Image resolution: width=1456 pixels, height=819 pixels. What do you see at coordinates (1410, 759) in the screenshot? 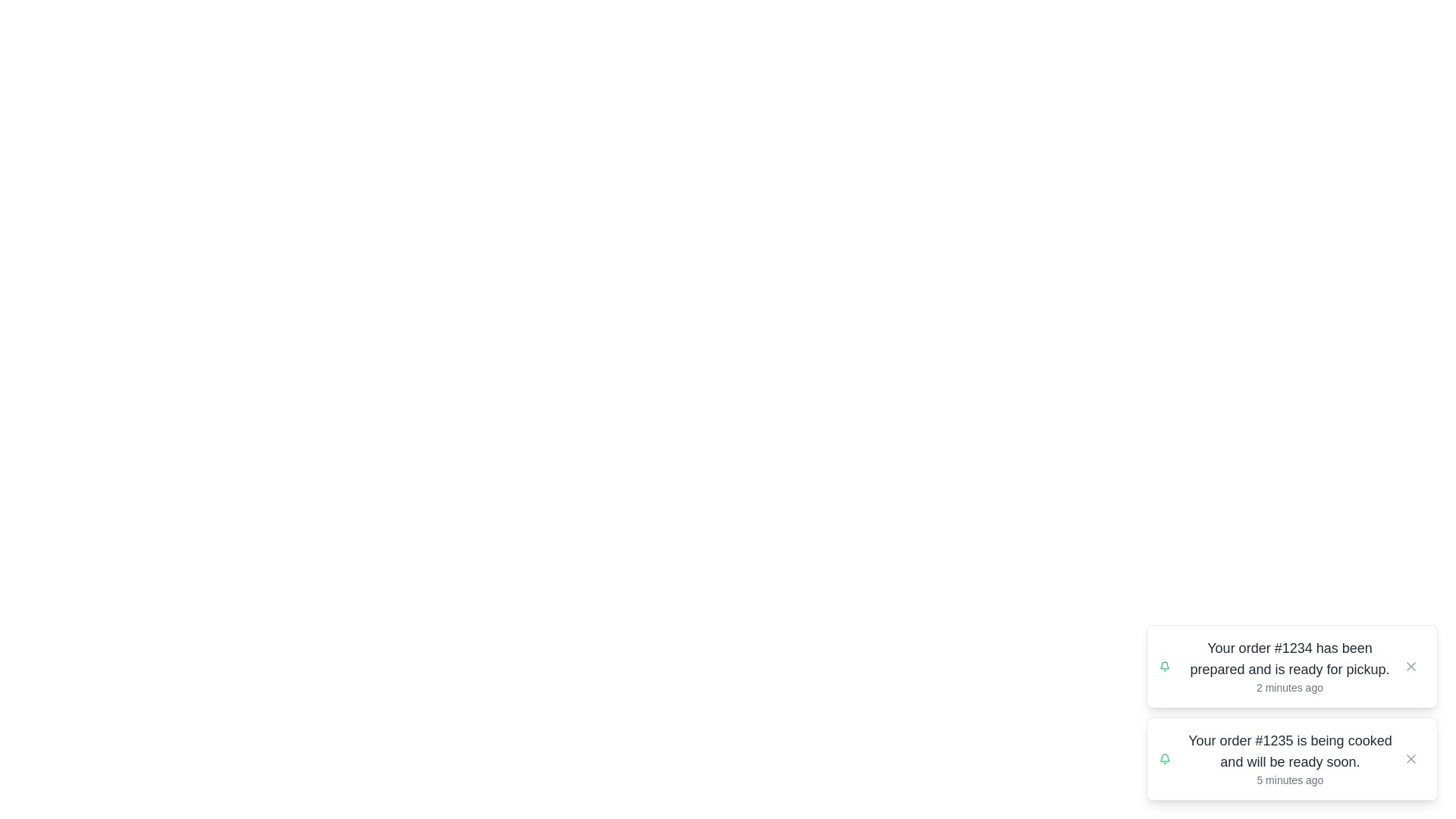
I see `the close icon button resembling an 'X' located at the top-right corner of the bottom notification card` at bounding box center [1410, 759].